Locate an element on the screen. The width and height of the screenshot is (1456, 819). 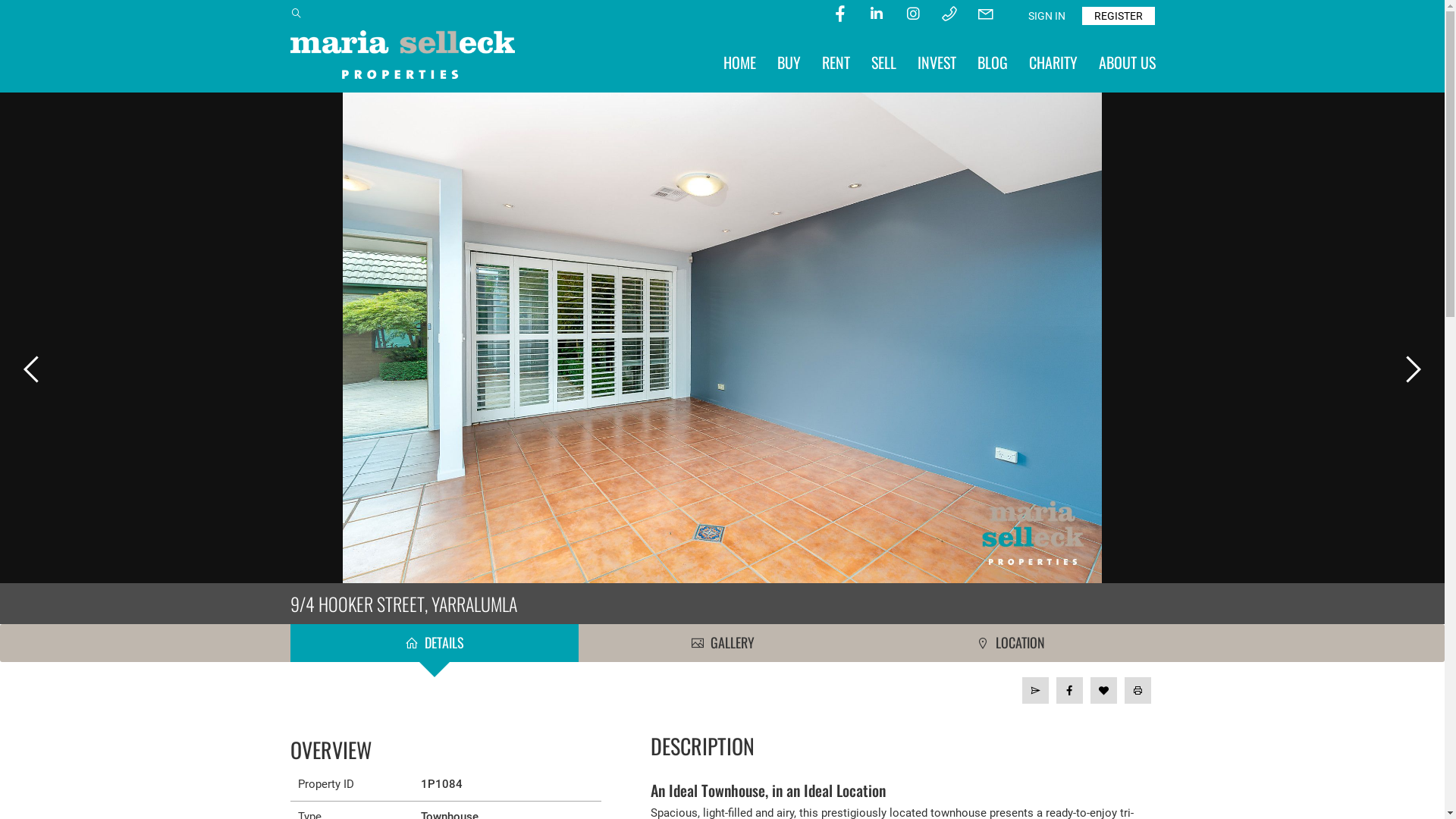
'ABOUT US' is located at coordinates (1126, 61).